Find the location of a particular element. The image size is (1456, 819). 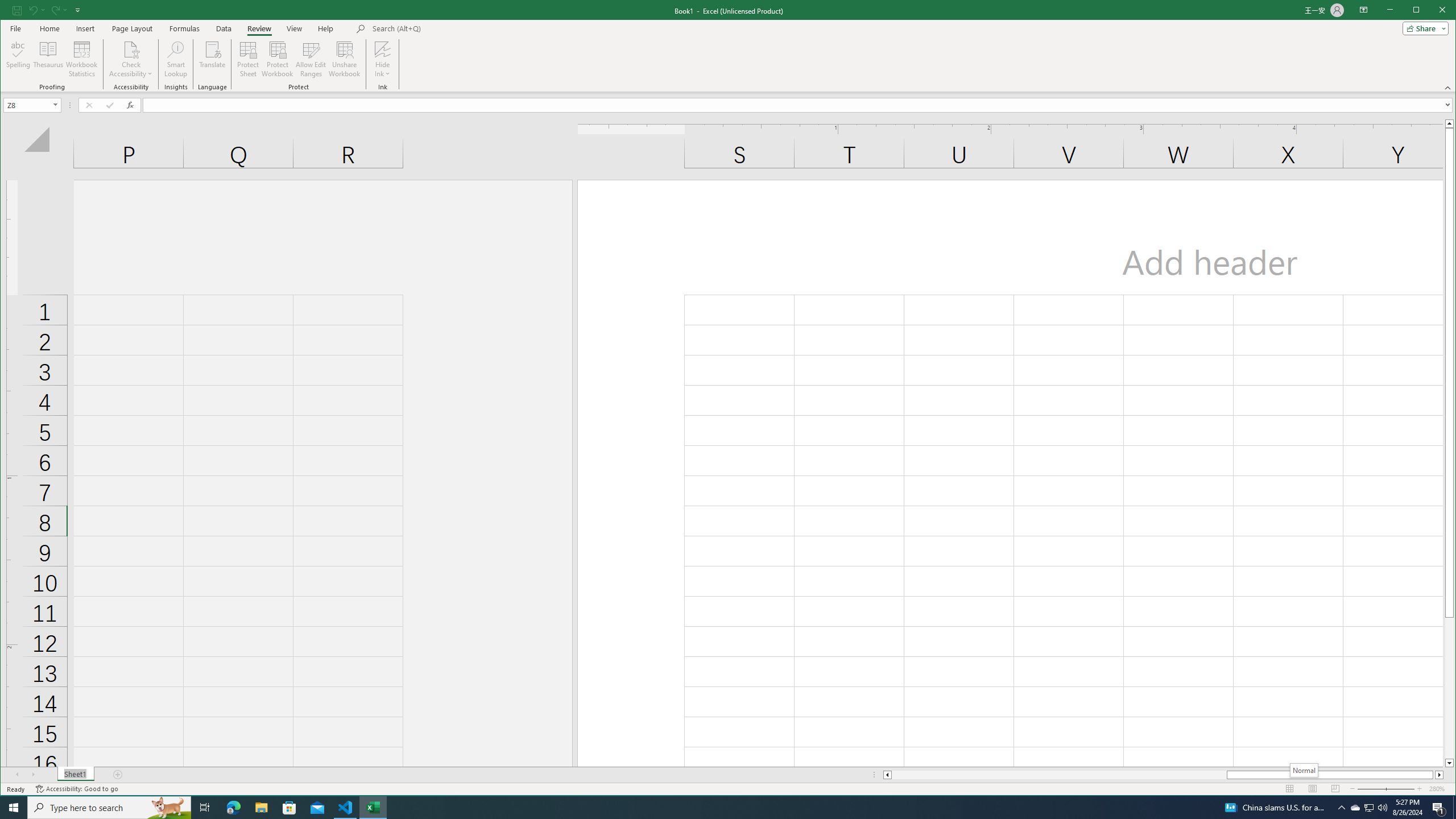

'Spelling...' is located at coordinates (18, 59).